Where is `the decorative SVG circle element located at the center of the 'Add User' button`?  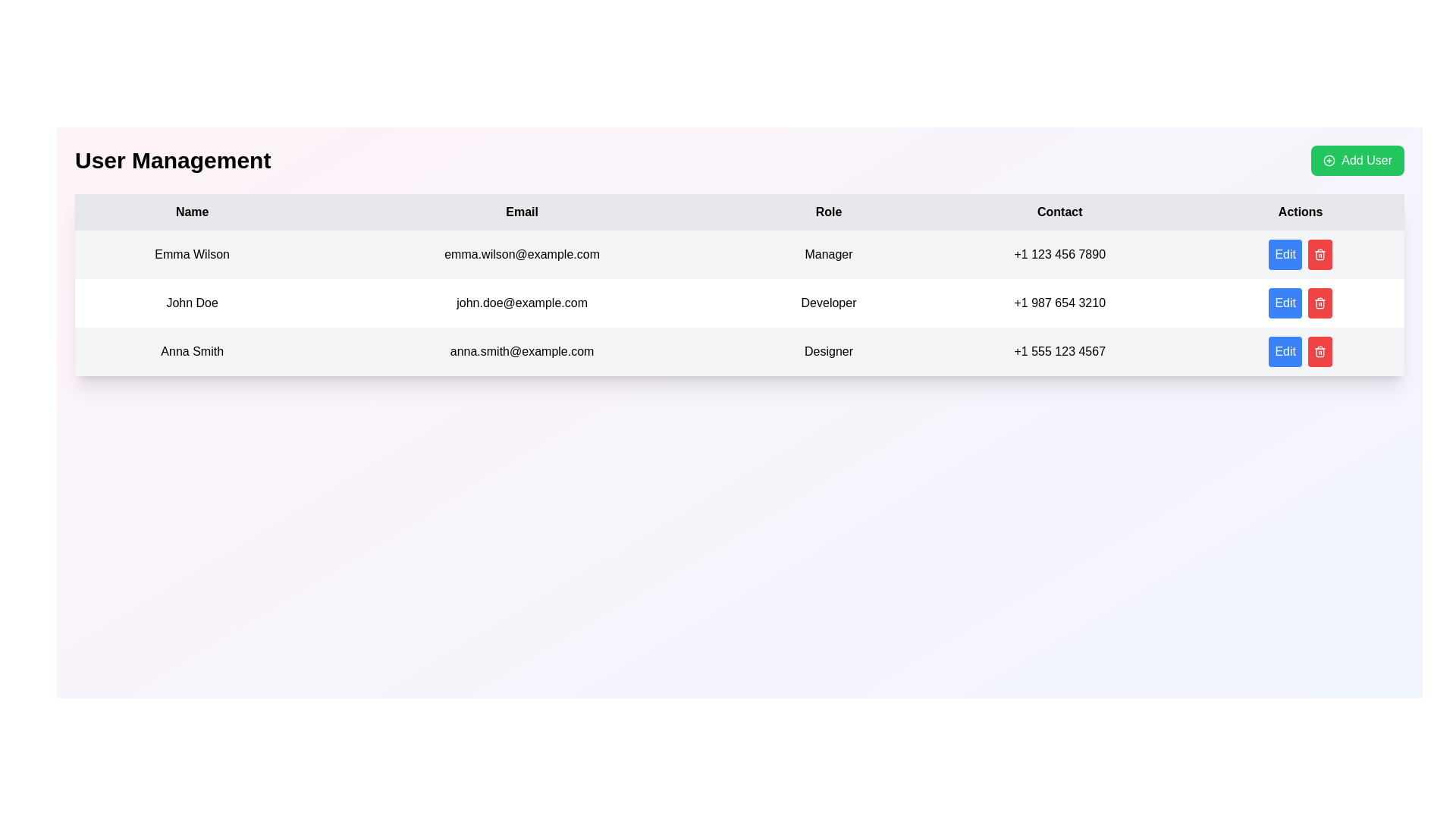
the decorative SVG circle element located at the center of the 'Add User' button is located at coordinates (1329, 161).